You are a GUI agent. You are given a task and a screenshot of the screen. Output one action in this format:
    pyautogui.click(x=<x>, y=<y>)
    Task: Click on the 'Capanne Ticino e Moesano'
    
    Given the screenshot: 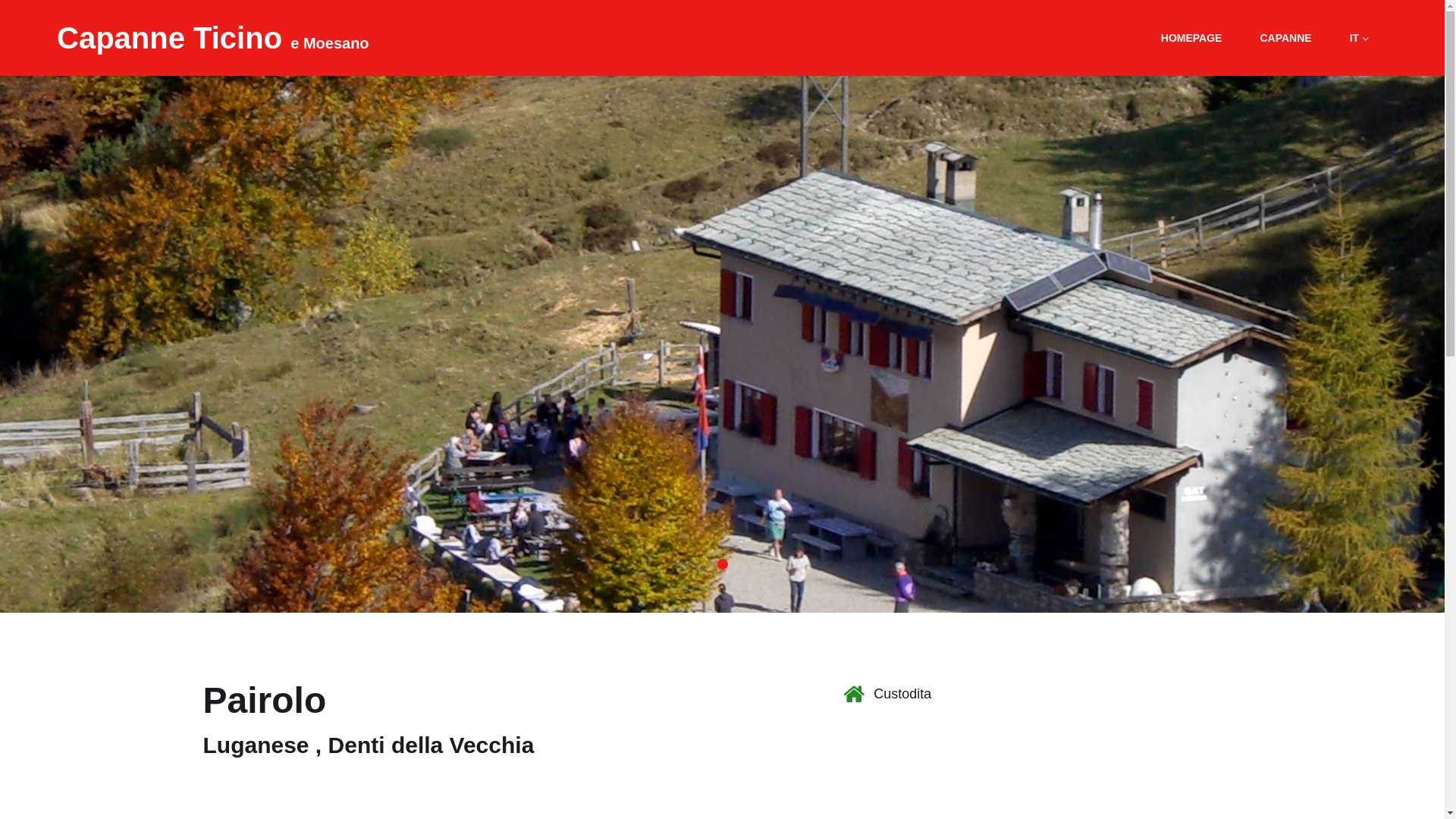 What is the action you would take?
    pyautogui.click(x=212, y=39)
    